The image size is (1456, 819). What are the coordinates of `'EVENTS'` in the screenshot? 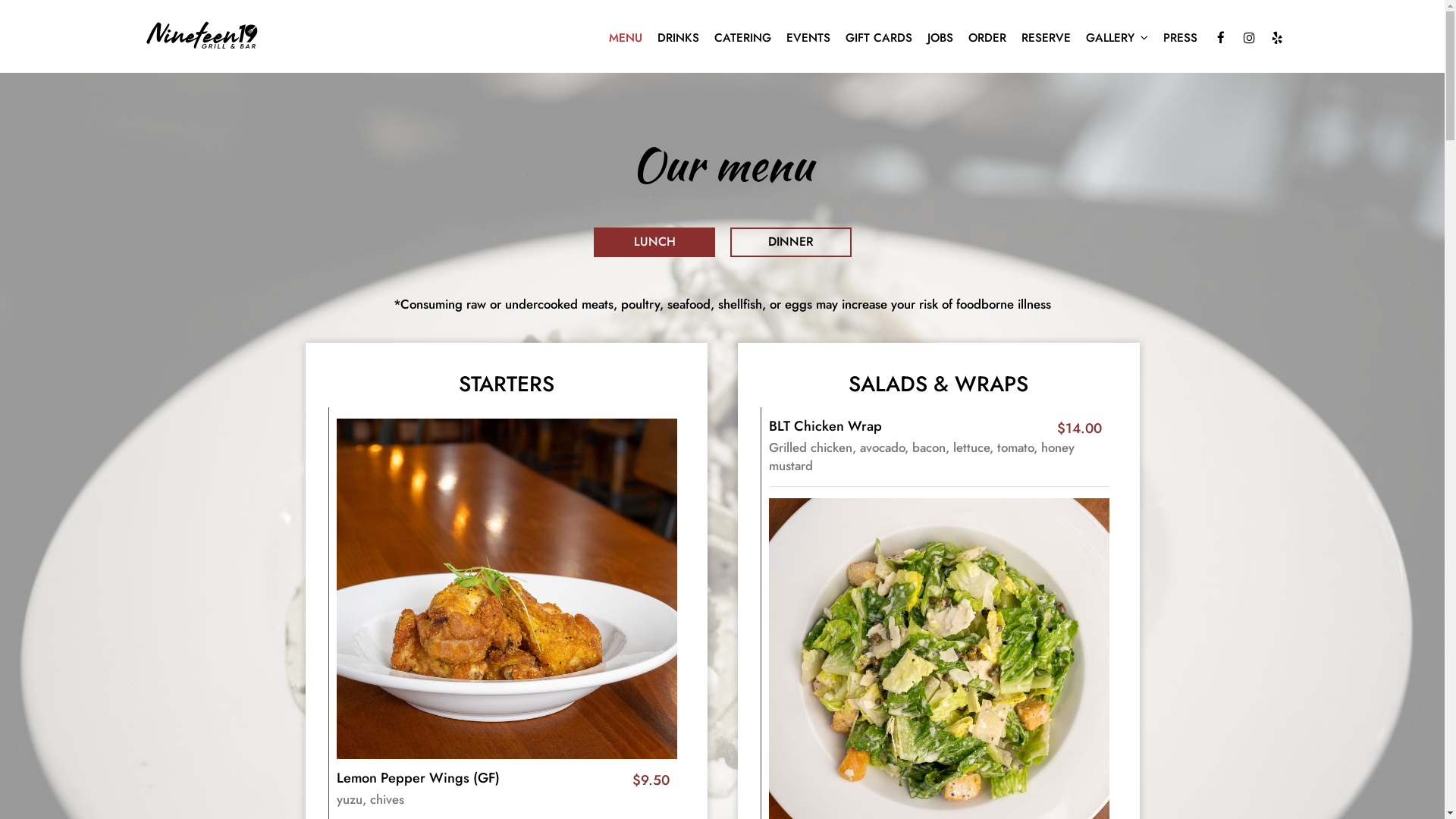 It's located at (807, 37).